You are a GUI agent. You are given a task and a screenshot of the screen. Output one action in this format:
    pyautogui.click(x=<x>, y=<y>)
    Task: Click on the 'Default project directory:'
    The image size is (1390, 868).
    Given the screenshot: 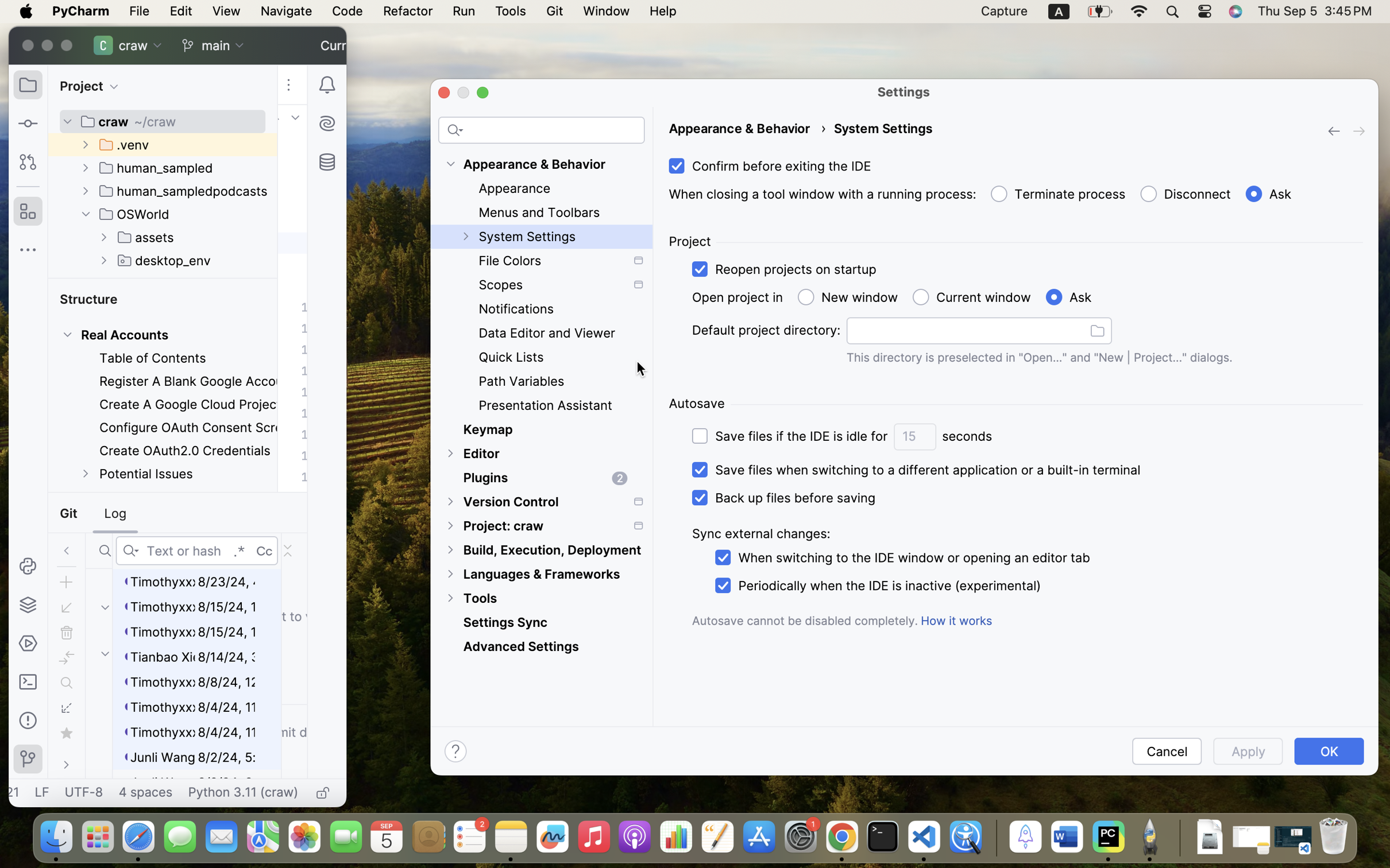 What is the action you would take?
    pyautogui.click(x=766, y=330)
    